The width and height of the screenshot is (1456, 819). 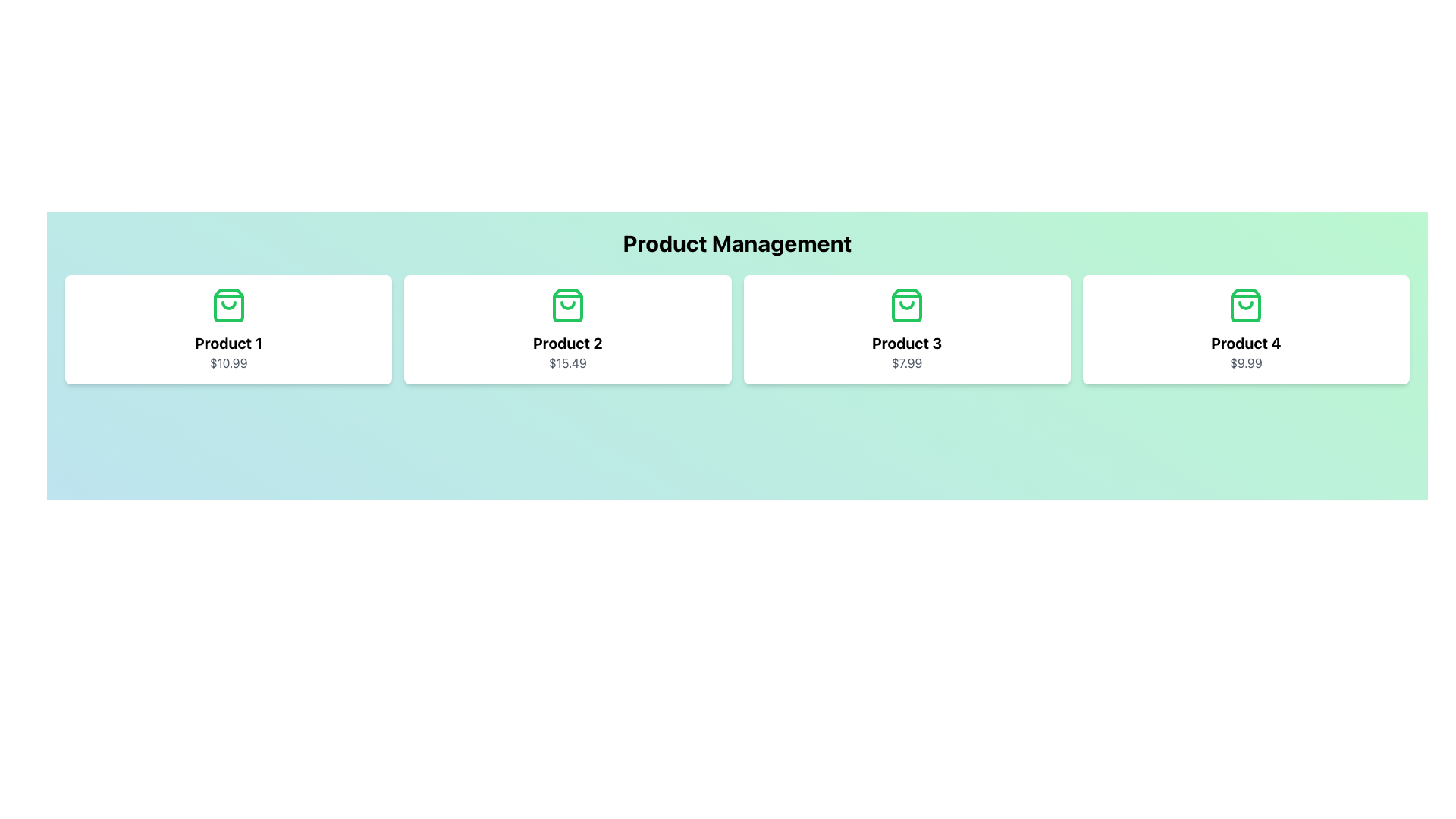 I want to click on the SVG graphic portion of the shopping bag icon located in the third card under the 'Product Management' header, so click(x=907, y=305).